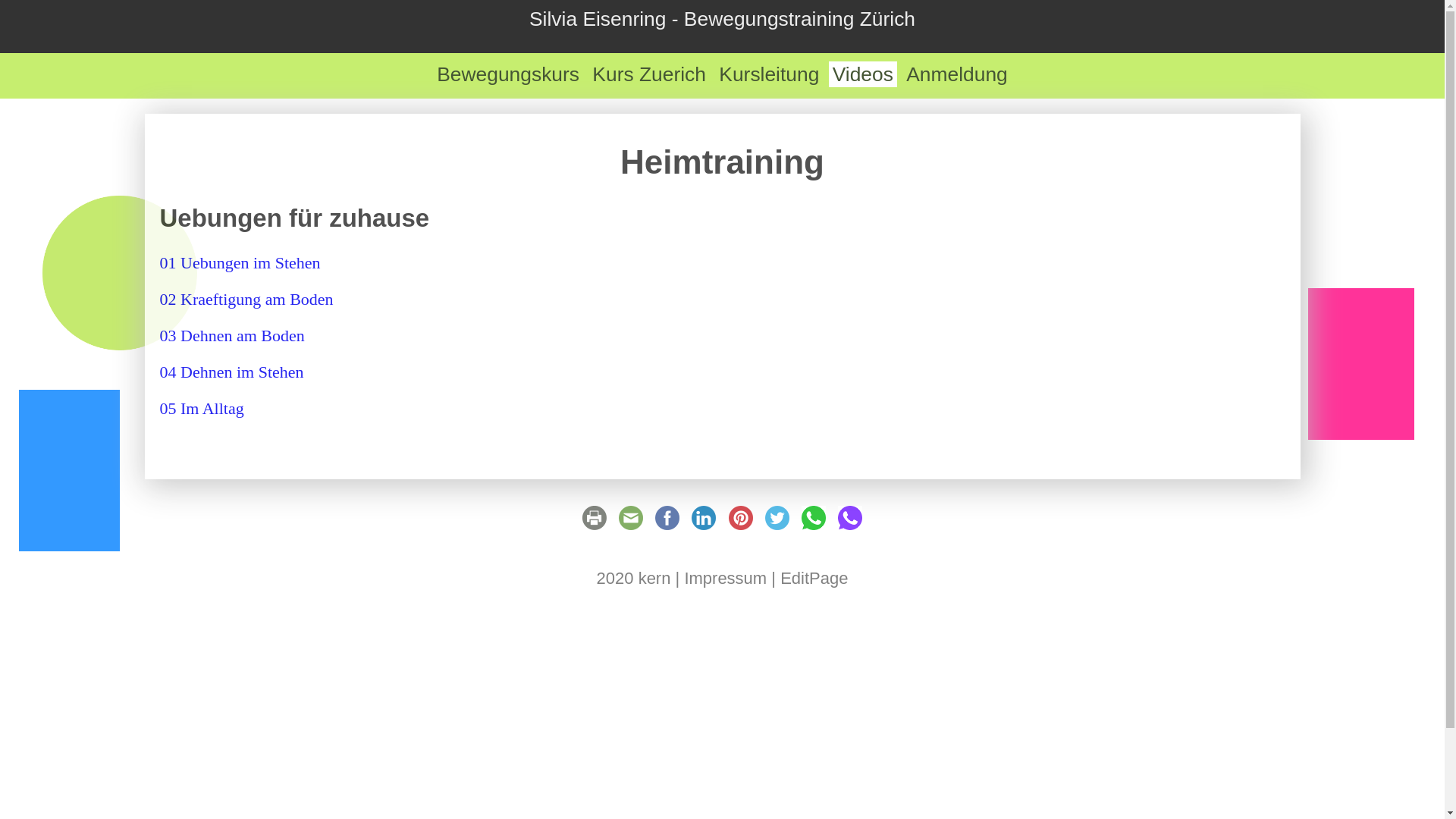 This screenshot has height=819, width=1456. Describe the element at coordinates (702, 523) in the screenshot. I see `'LinkedIn'` at that location.